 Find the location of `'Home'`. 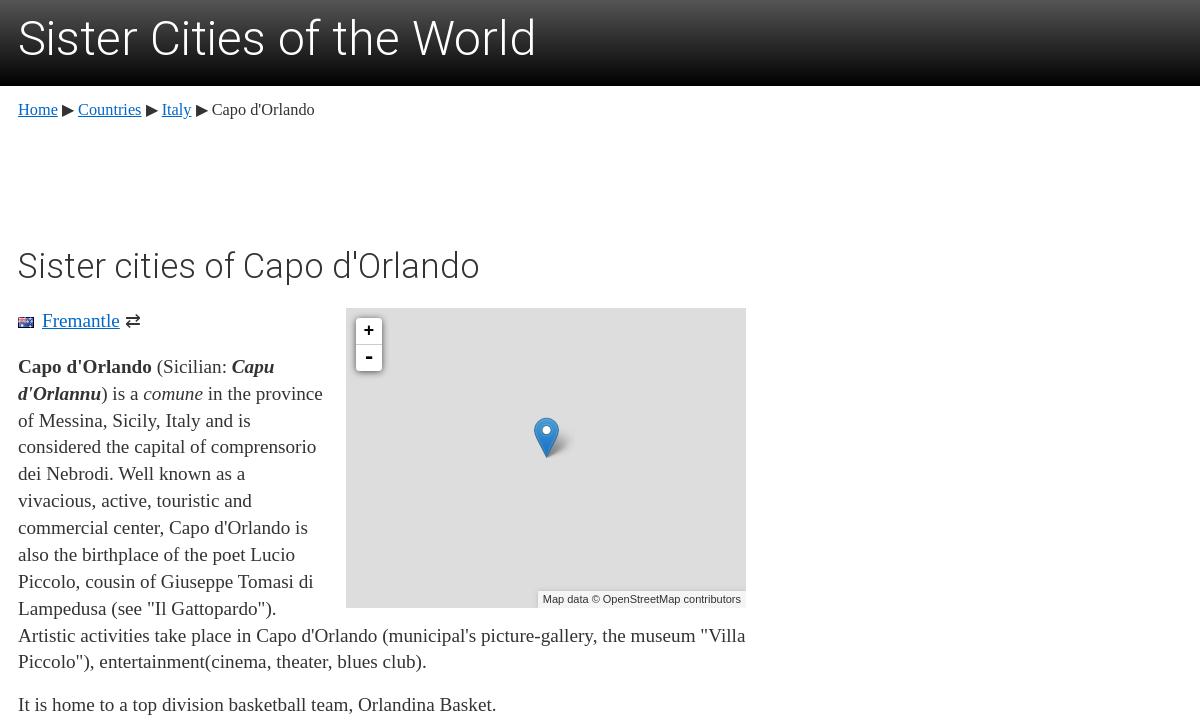

'Home' is located at coordinates (18, 107).